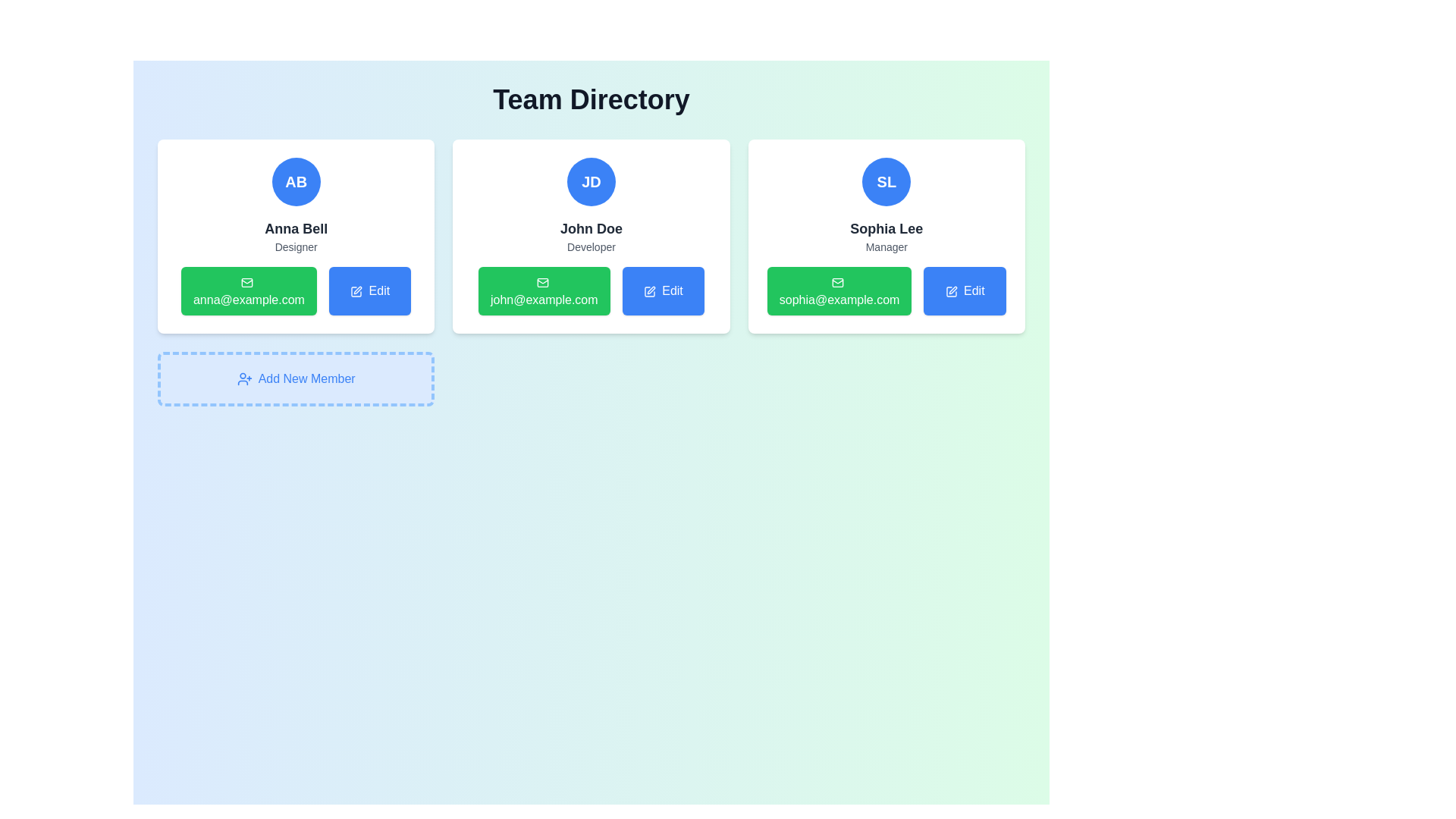  What do you see at coordinates (296, 180) in the screenshot?
I see `the avatar element representing 'Anna Bell' in the team directory, which is the leftmost badge in the top row, positioned above her name and title` at bounding box center [296, 180].